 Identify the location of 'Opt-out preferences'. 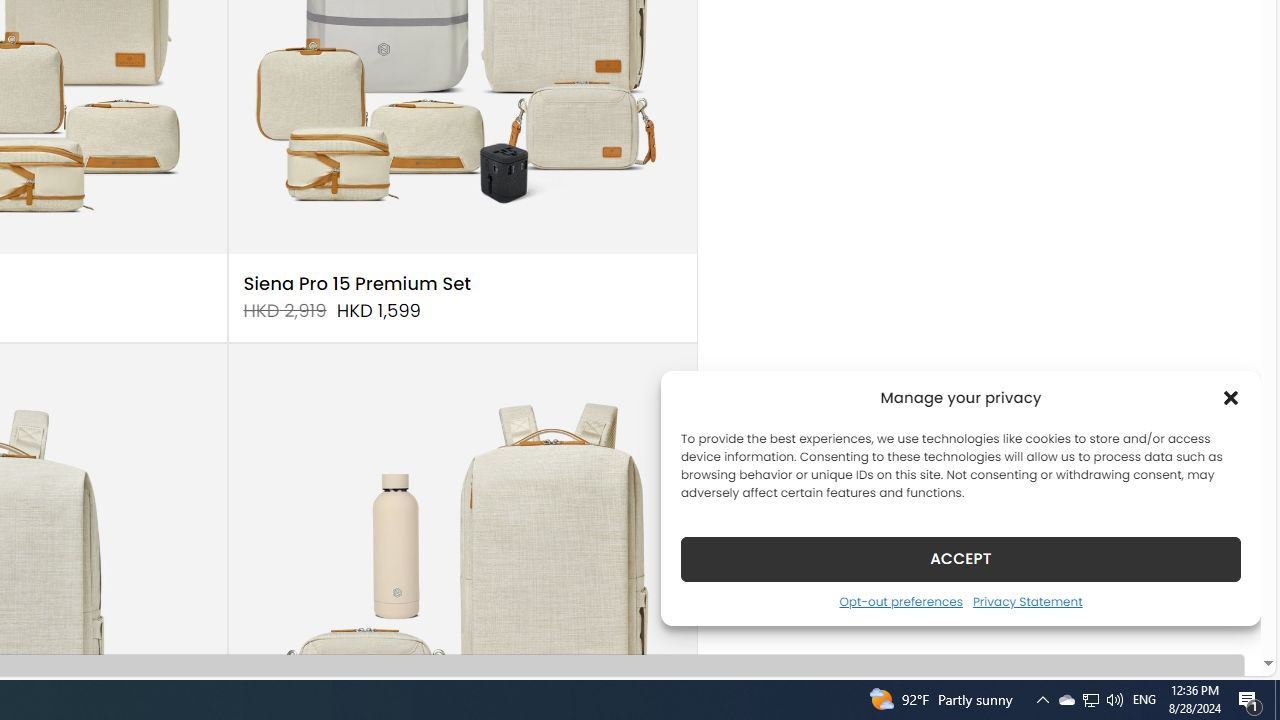
(899, 600).